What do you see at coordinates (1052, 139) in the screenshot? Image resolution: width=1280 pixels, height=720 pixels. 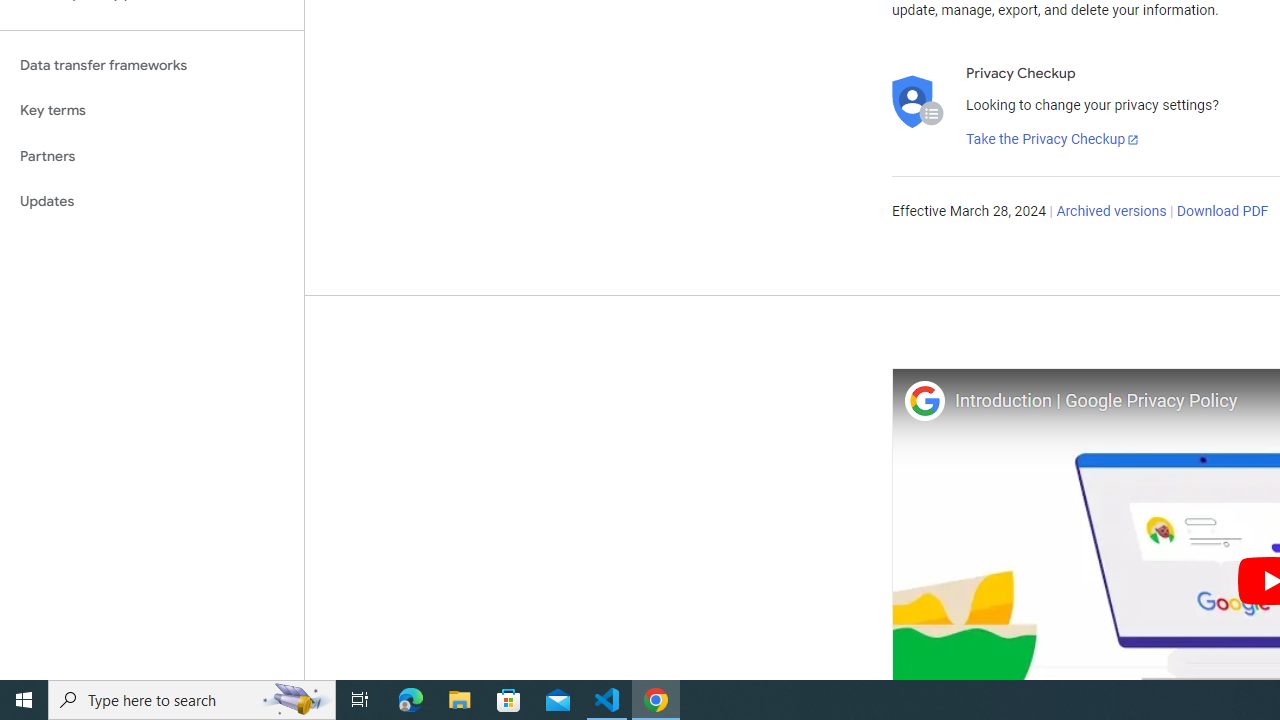 I see `'Take the Privacy Checkup'` at bounding box center [1052, 139].